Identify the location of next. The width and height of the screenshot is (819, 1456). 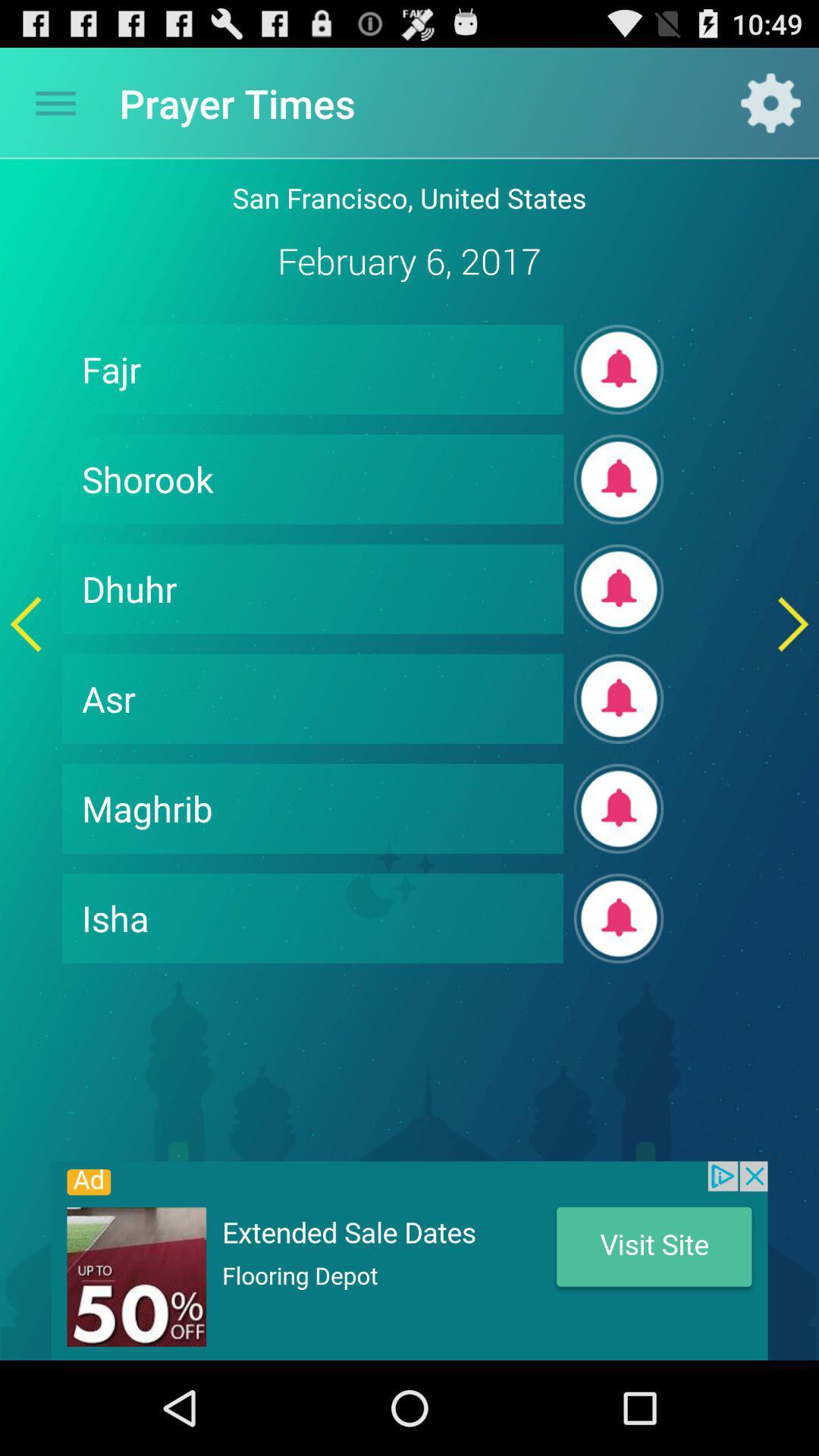
(792, 624).